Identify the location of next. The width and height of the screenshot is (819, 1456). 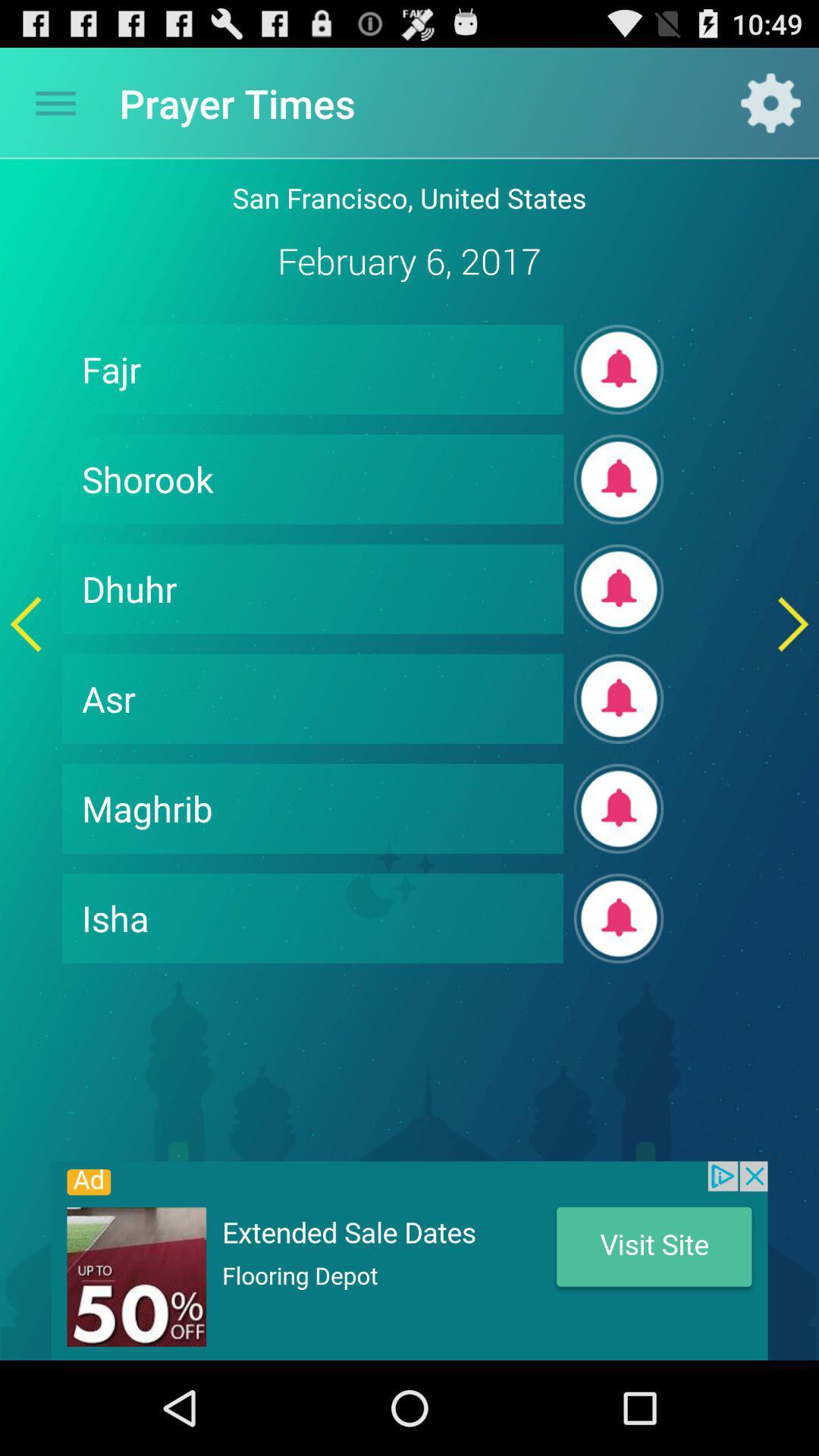
(792, 624).